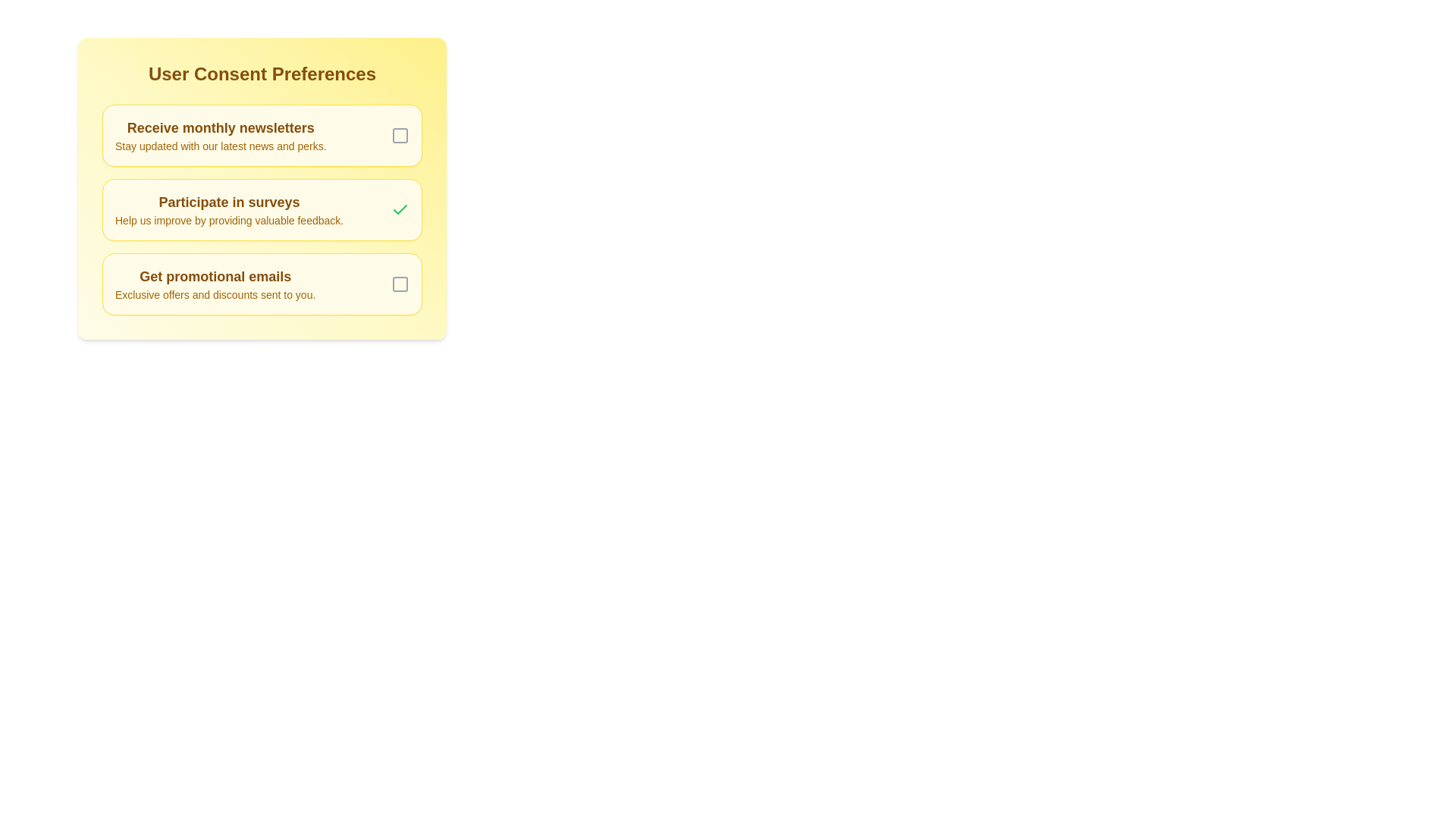 Image resolution: width=1456 pixels, height=819 pixels. I want to click on the Consent checkbox at the top of the 'User Consent Preferences' section, which is the first option in a vertical list of three items, so click(262, 134).